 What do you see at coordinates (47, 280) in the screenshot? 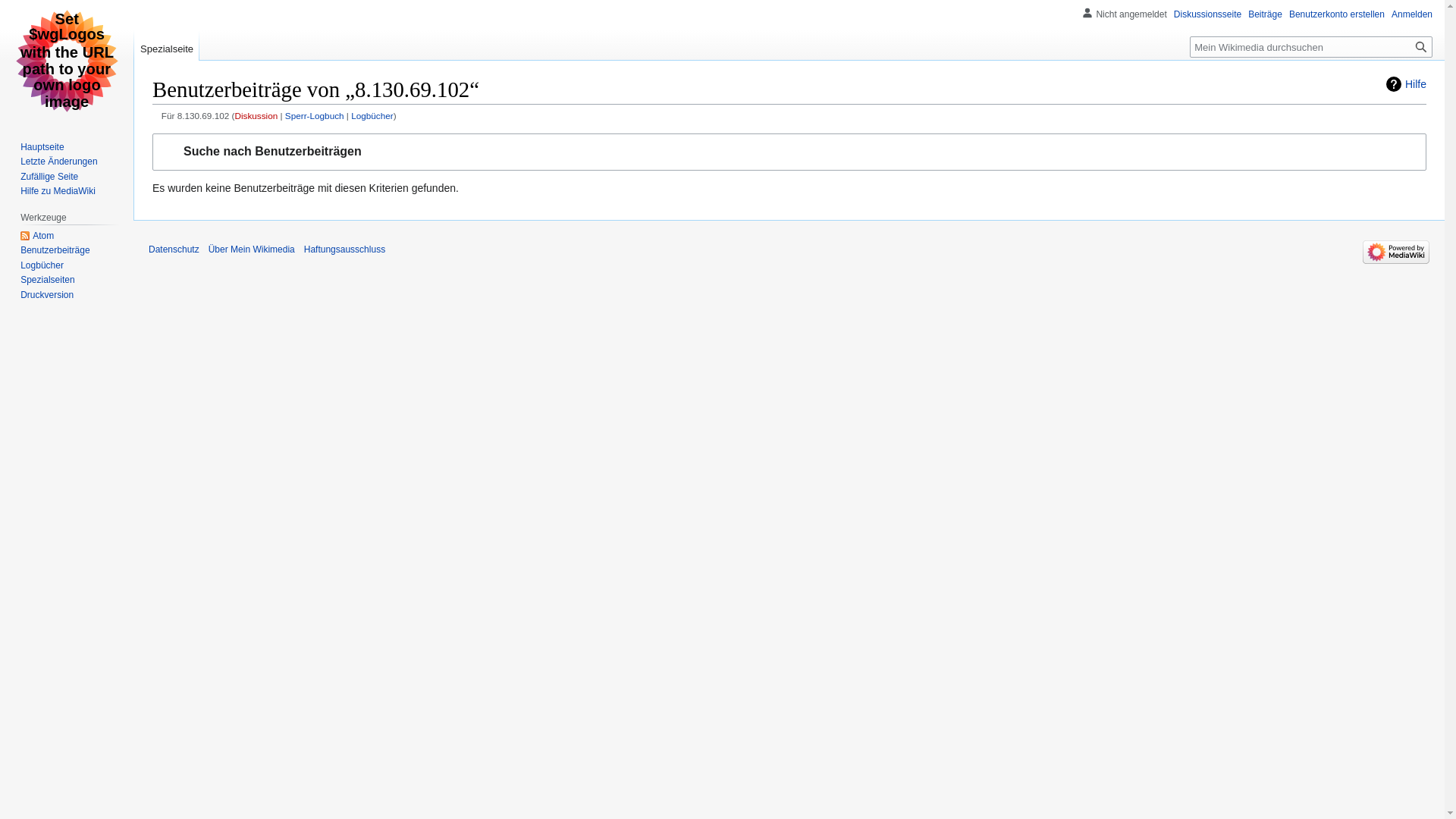
I see `'Spezialseiten'` at bounding box center [47, 280].